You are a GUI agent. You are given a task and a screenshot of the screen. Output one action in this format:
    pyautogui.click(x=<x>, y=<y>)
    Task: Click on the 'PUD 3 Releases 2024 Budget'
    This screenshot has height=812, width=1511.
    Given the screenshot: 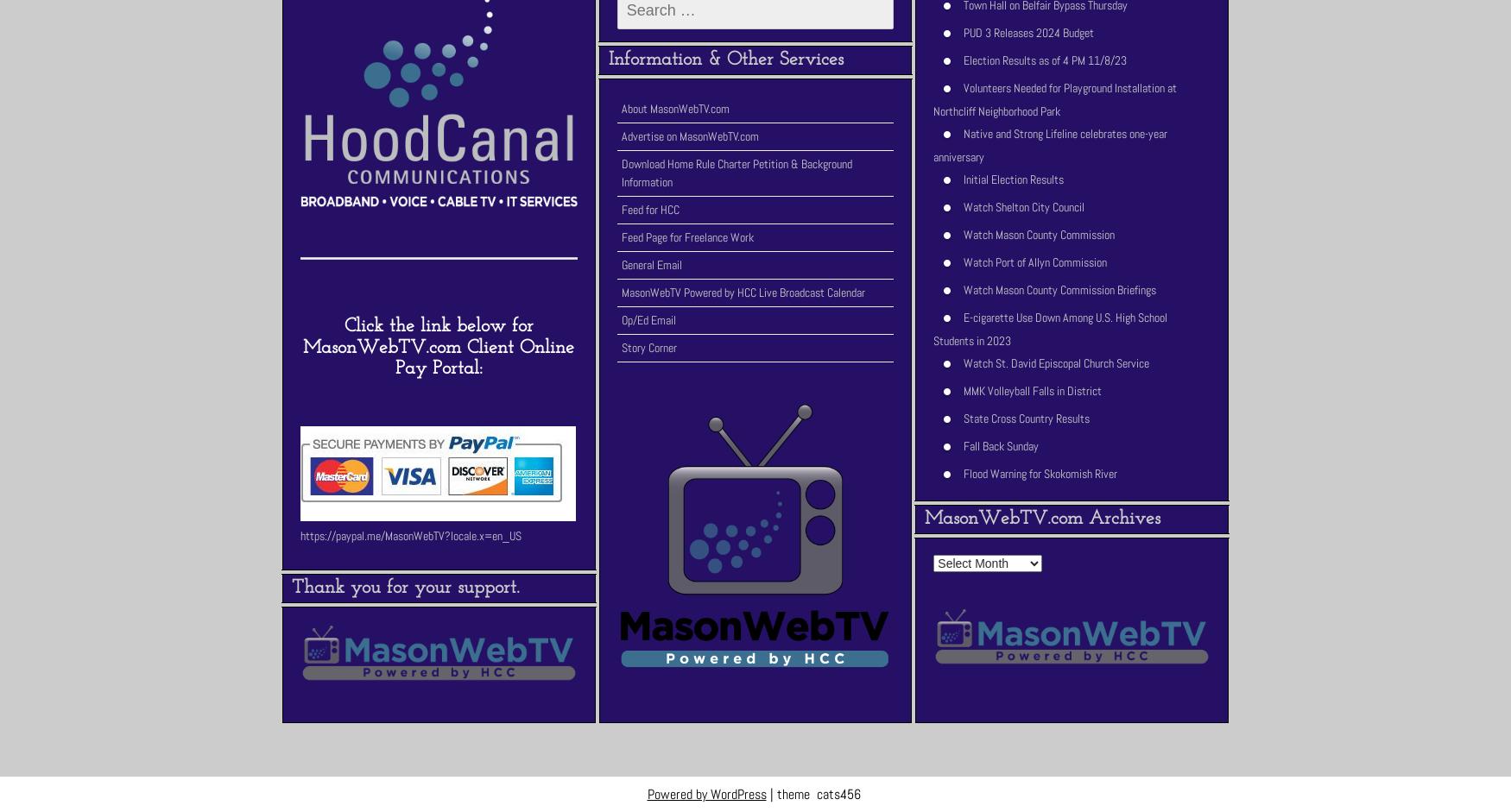 What is the action you would take?
    pyautogui.click(x=963, y=31)
    